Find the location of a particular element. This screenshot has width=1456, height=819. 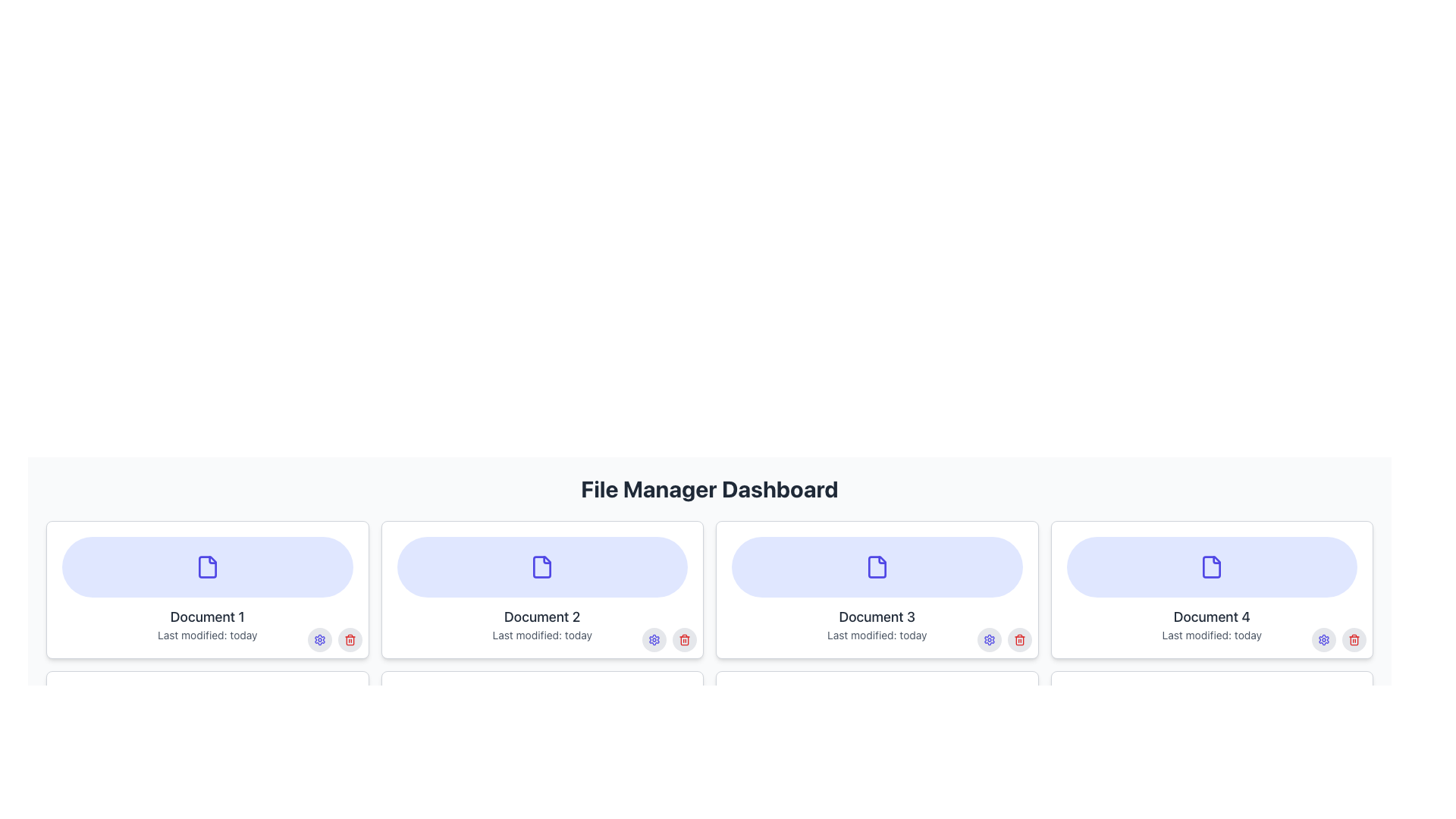

metadata displayed in the light gray text label that shows 'Last modified: today' located below the main label of the card 'Document 3' is located at coordinates (877, 635).